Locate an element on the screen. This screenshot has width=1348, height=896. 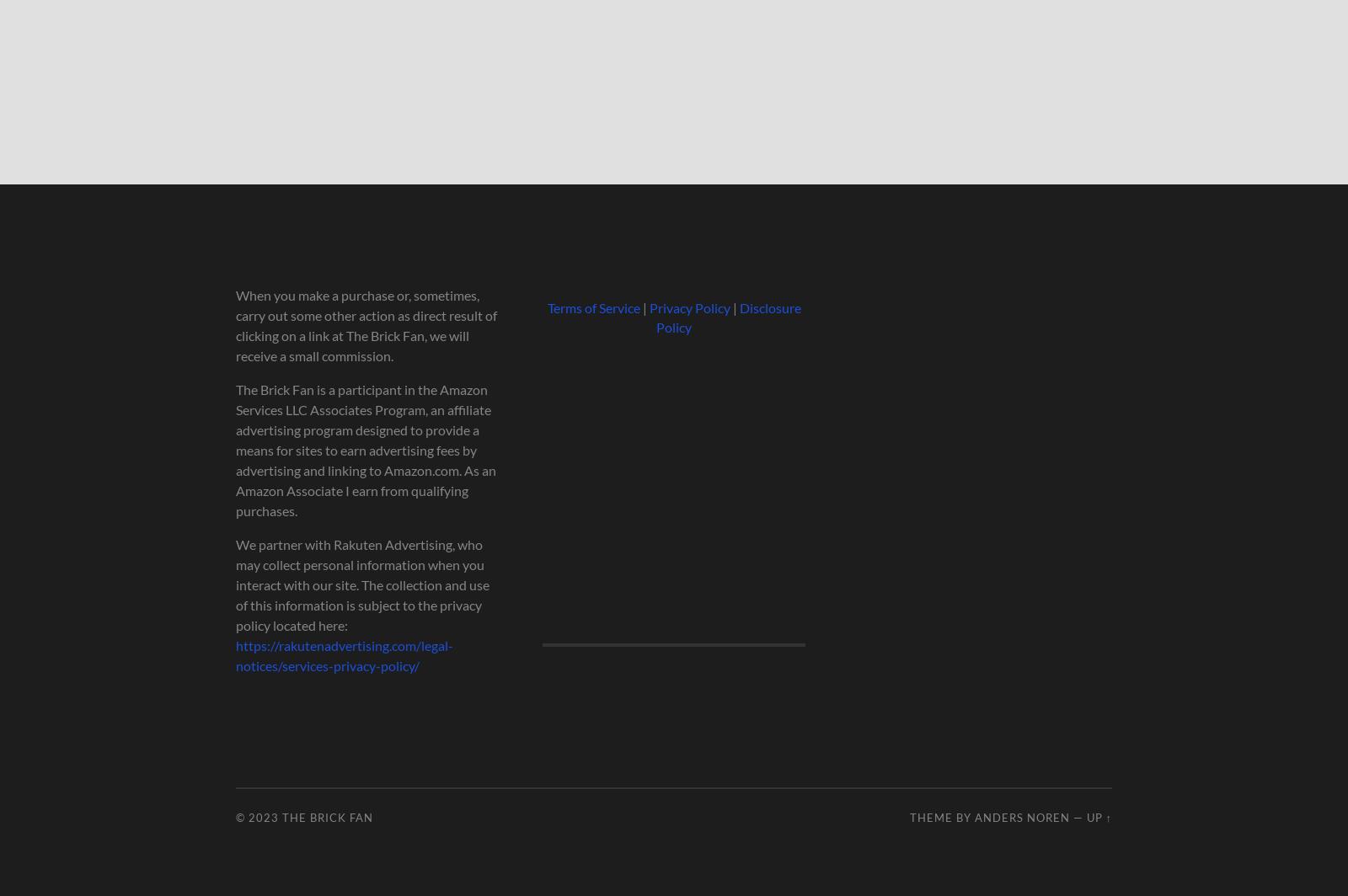
'The Brick Fan' is located at coordinates (327, 817).